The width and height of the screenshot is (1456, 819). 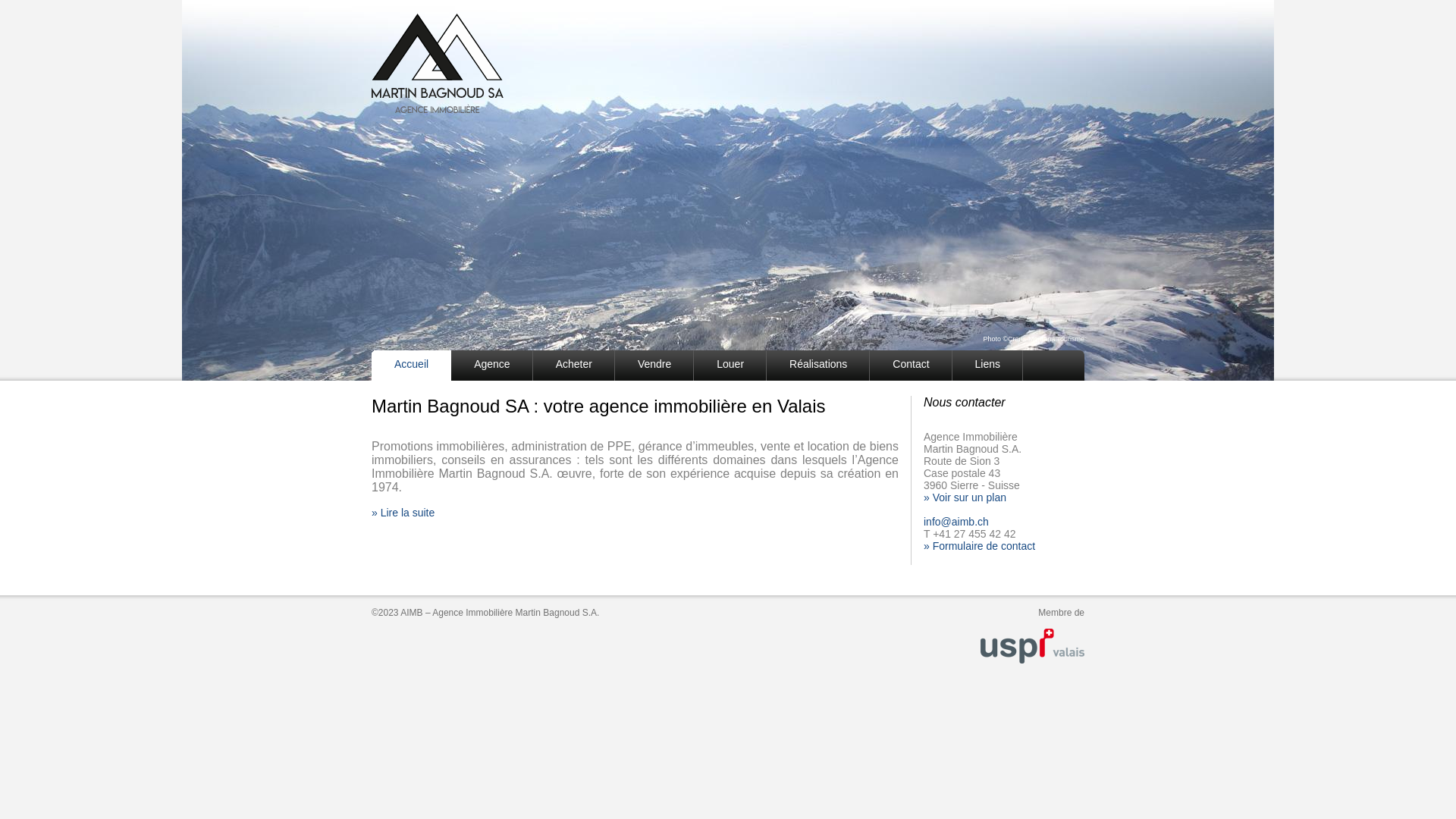 What do you see at coordinates (910, 366) in the screenshot?
I see `'Contact'` at bounding box center [910, 366].